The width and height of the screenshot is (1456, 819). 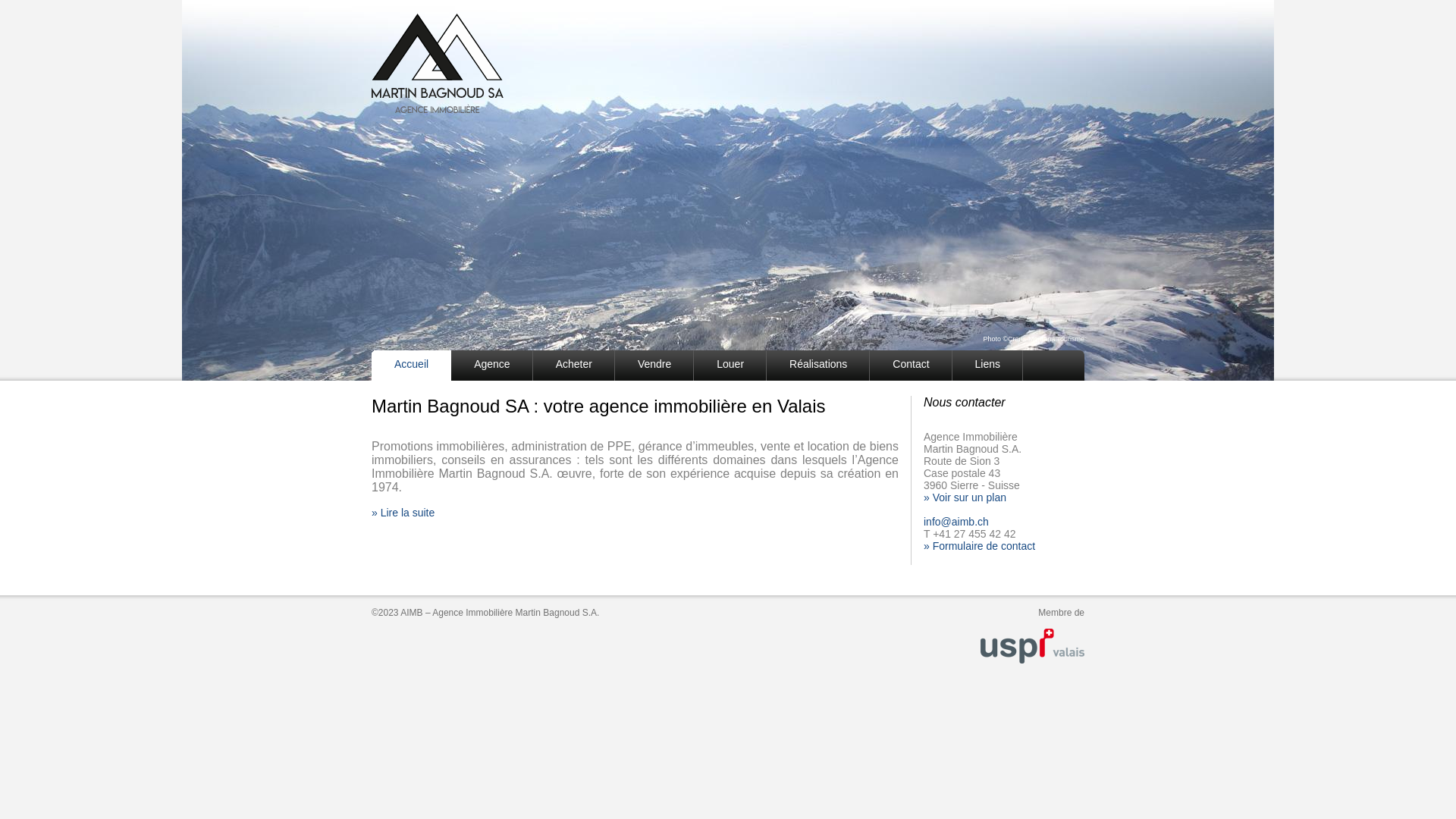 What do you see at coordinates (910, 366) in the screenshot?
I see `'Contact'` at bounding box center [910, 366].